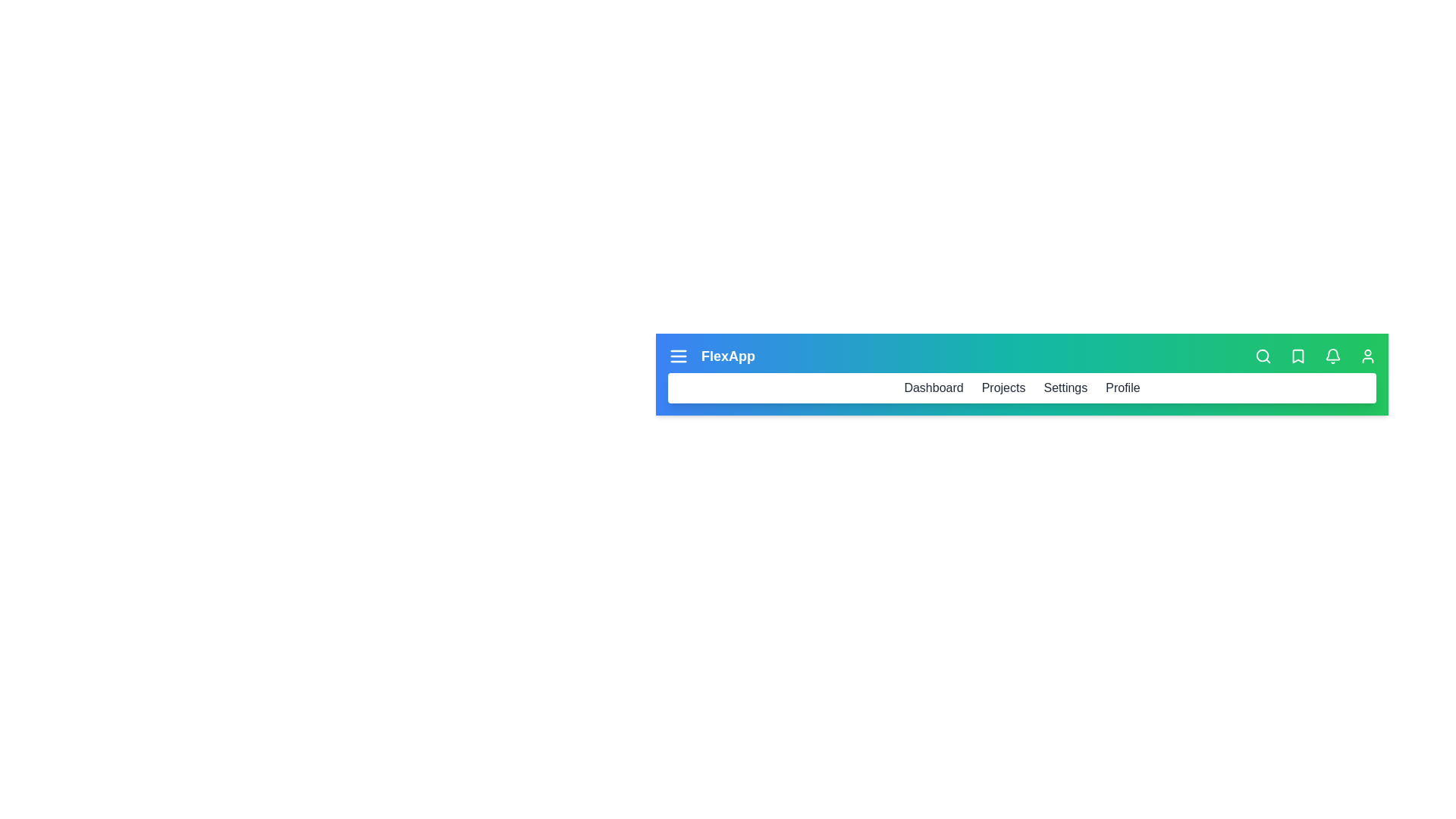 The width and height of the screenshot is (1456, 819). I want to click on the menu icon to toggle the menu visibility, so click(677, 356).